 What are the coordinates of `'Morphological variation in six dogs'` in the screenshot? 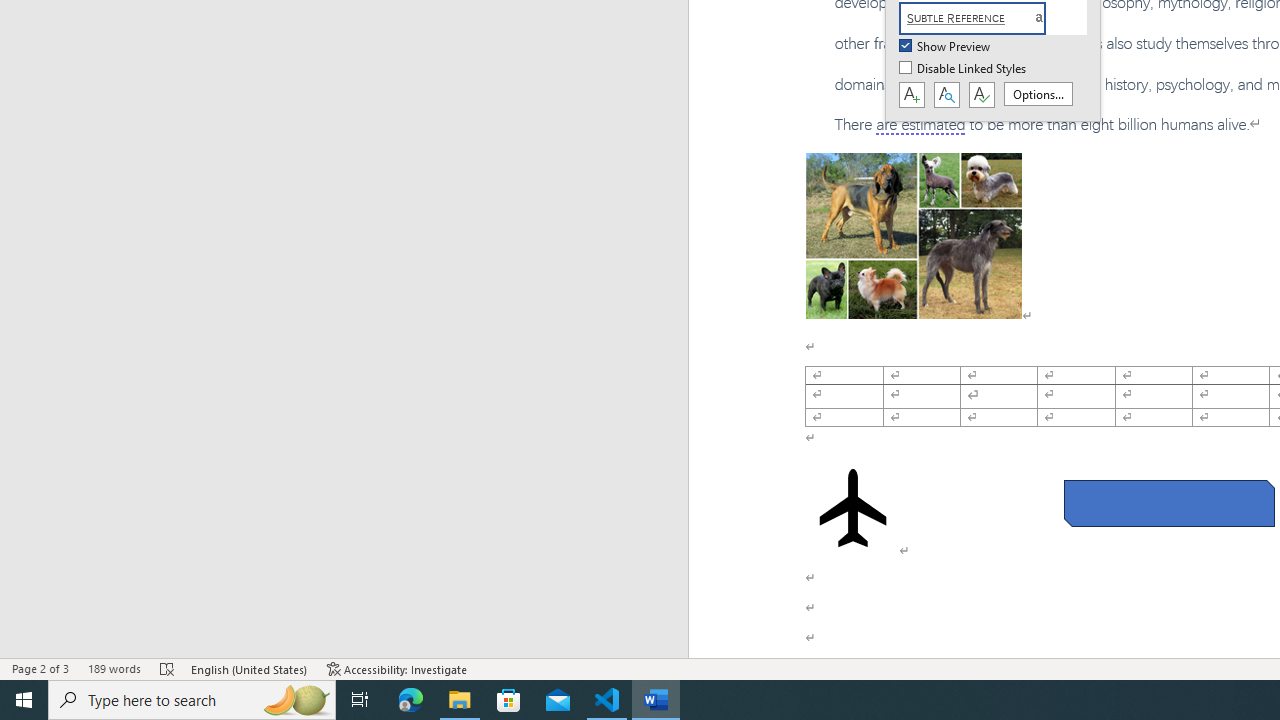 It's located at (912, 234).